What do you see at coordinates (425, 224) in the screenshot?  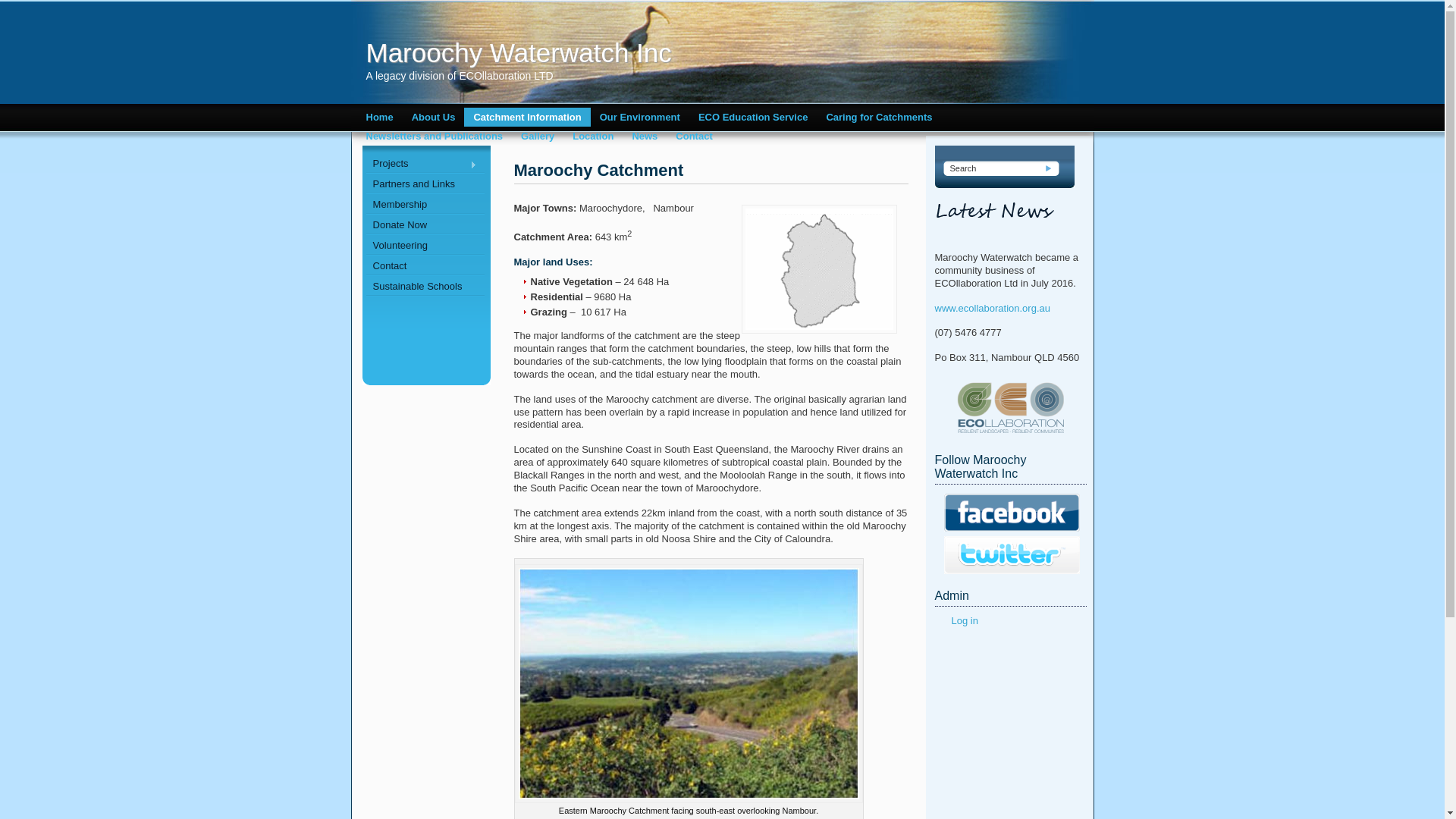 I see `'Donate Now'` at bounding box center [425, 224].